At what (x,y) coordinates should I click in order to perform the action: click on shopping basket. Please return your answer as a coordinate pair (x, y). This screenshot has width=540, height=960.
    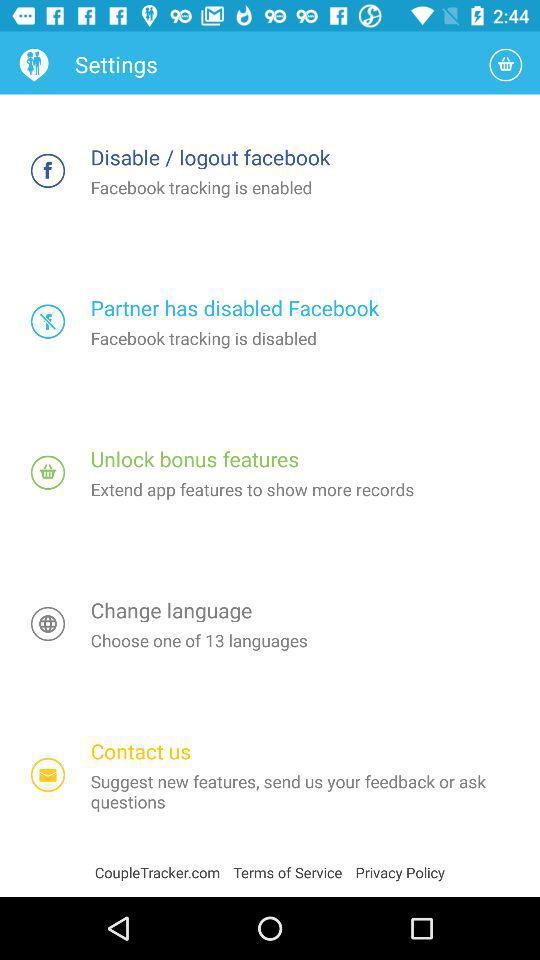
    Looking at the image, I should click on (504, 65).